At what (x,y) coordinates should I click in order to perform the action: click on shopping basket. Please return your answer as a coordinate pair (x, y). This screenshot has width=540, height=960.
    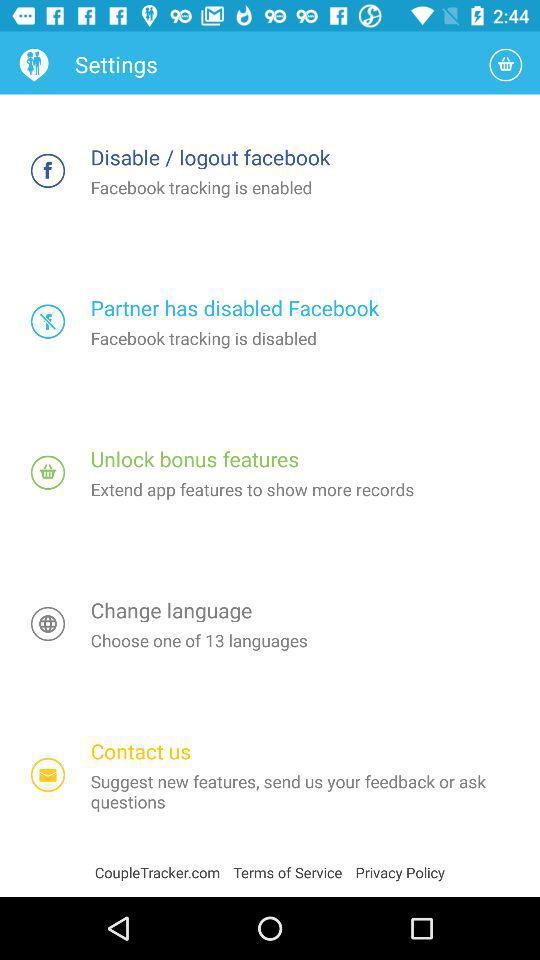
    Looking at the image, I should click on (504, 65).